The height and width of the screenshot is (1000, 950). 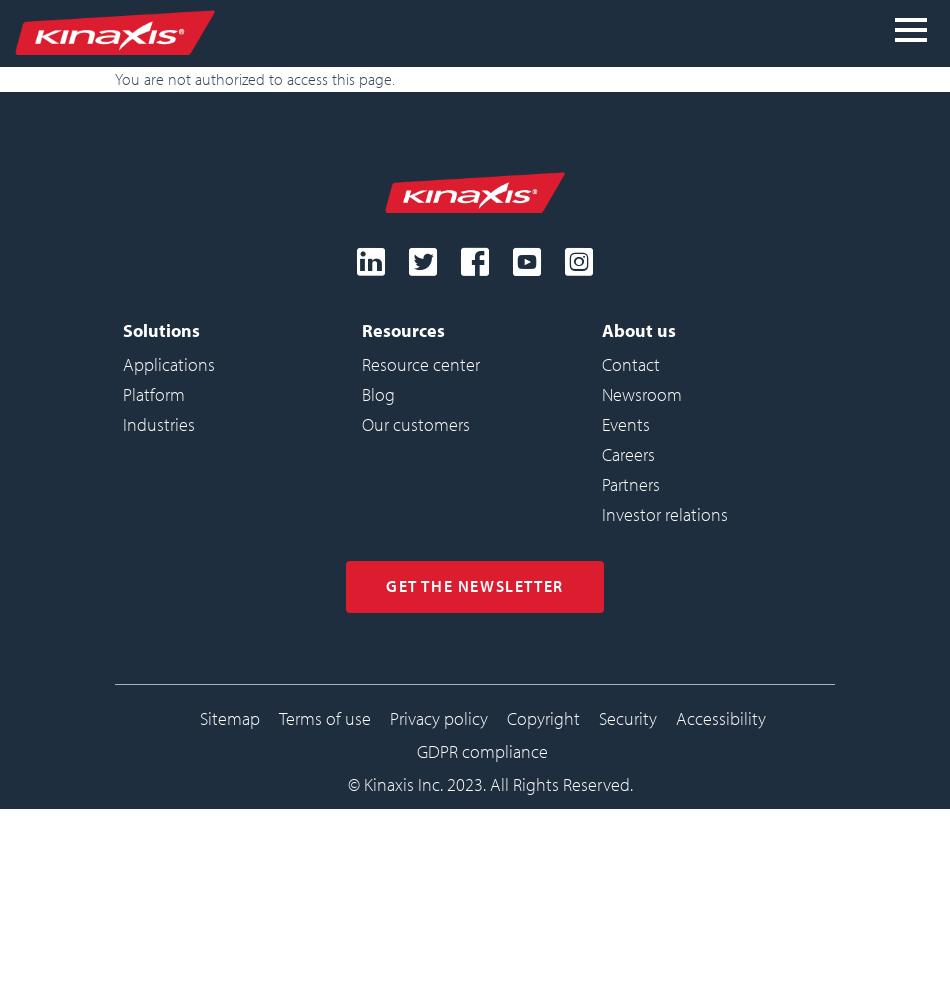 I want to click on 'Contact', so click(x=630, y=362).